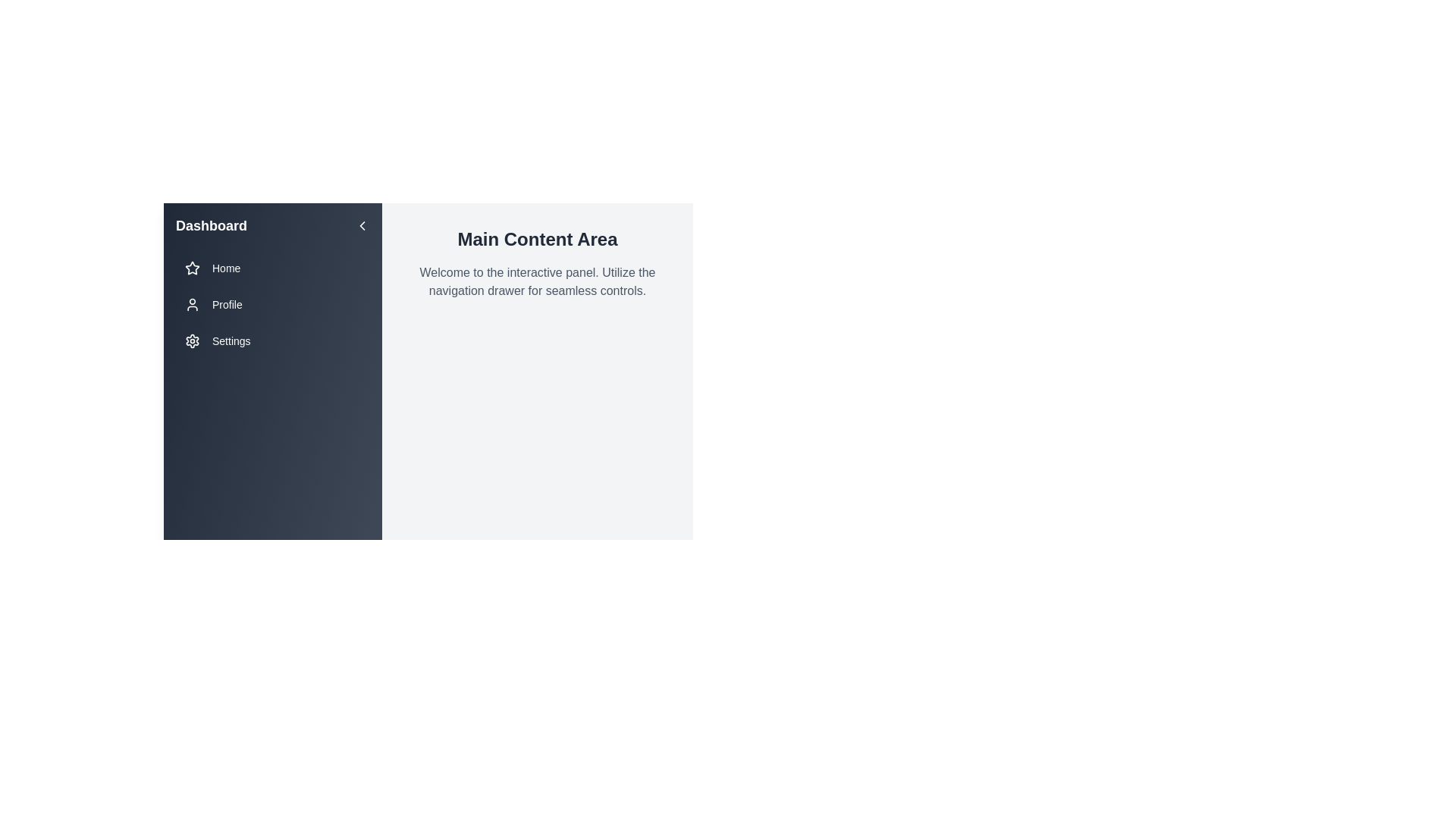 The height and width of the screenshot is (819, 1456). Describe the element at coordinates (226, 304) in the screenshot. I see `the 'Profile' label in the navigation panel, which is positioned below the 'Home' item and above the 'Settings' item, and is aligned next to a user profile icon` at that location.